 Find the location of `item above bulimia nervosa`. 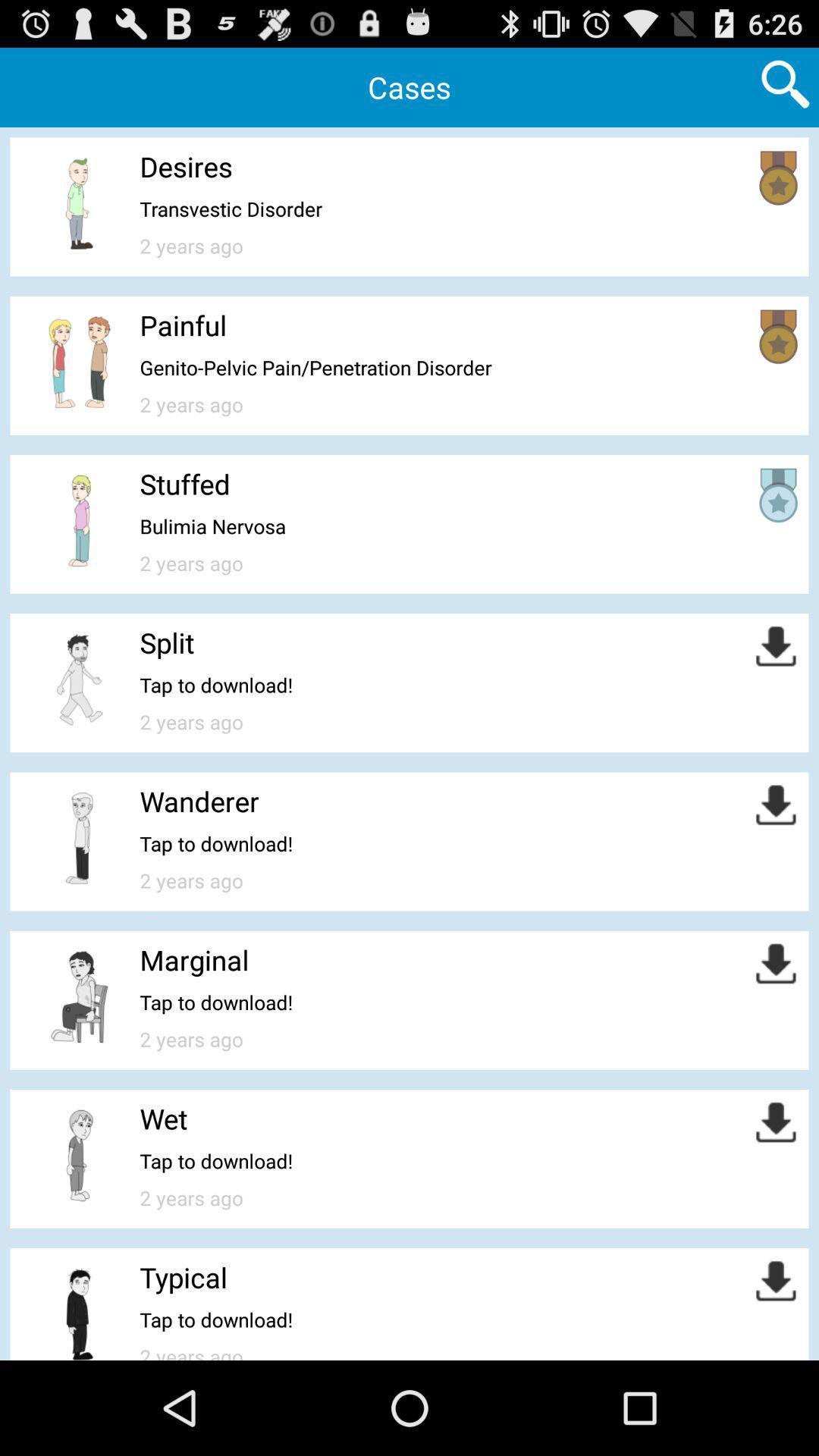

item above bulimia nervosa is located at coordinates (184, 483).